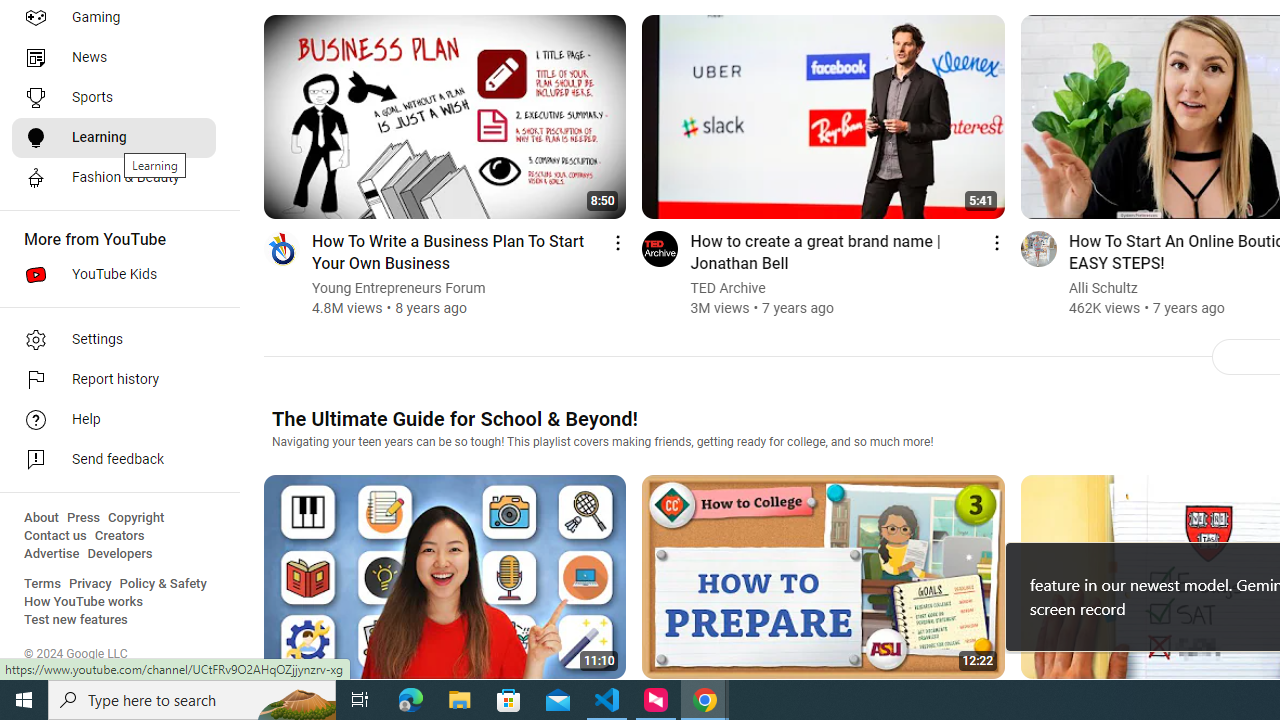 Image resolution: width=1280 pixels, height=720 pixels. What do you see at coordinates (82, 517) in the screenshot?
I see `'Press'` at bounding box center [82, 517].